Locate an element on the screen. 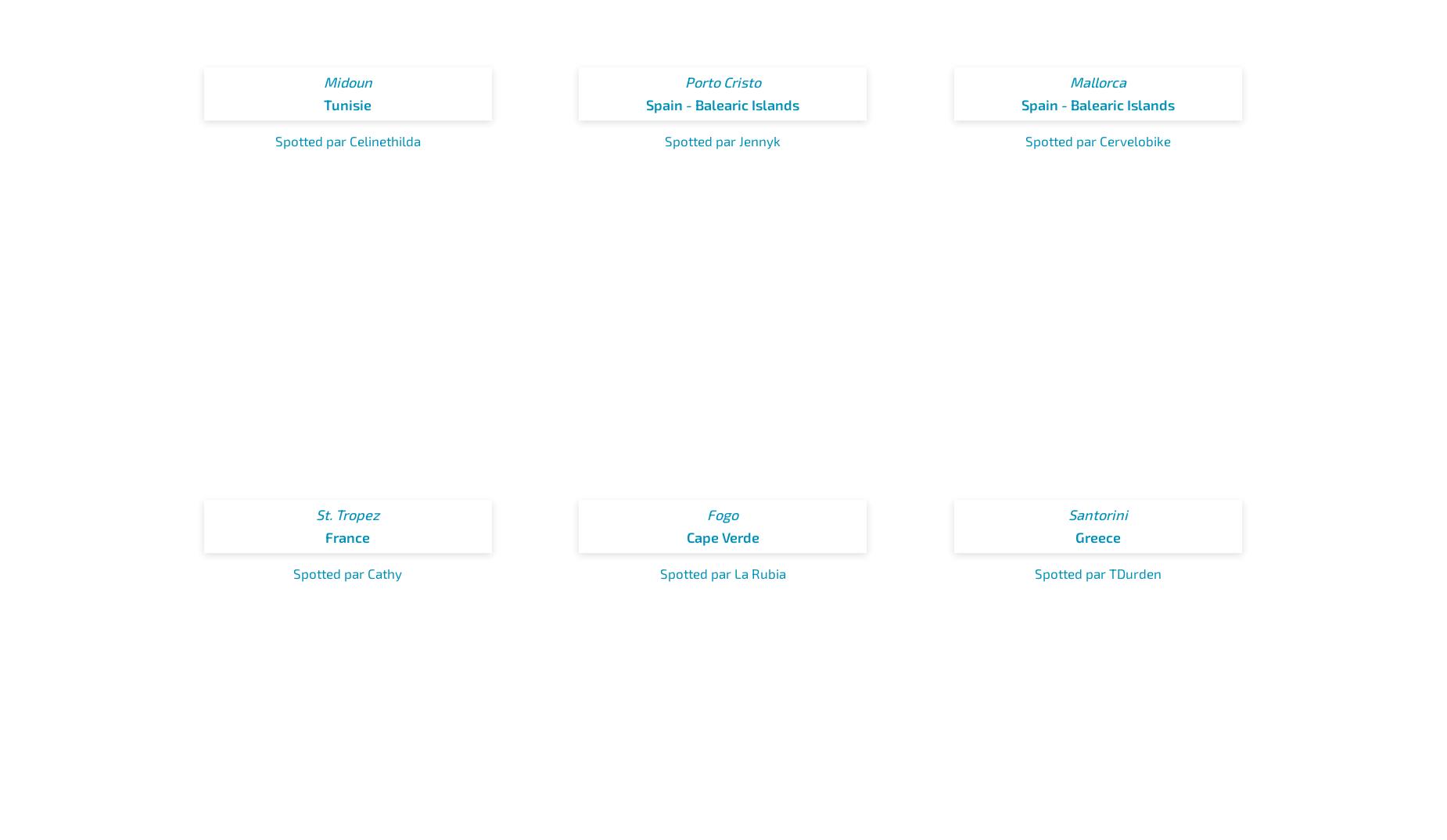 The image size is (1447, 840). 'Spotted par Cervelobike' is located at coordinates (1097, 141).